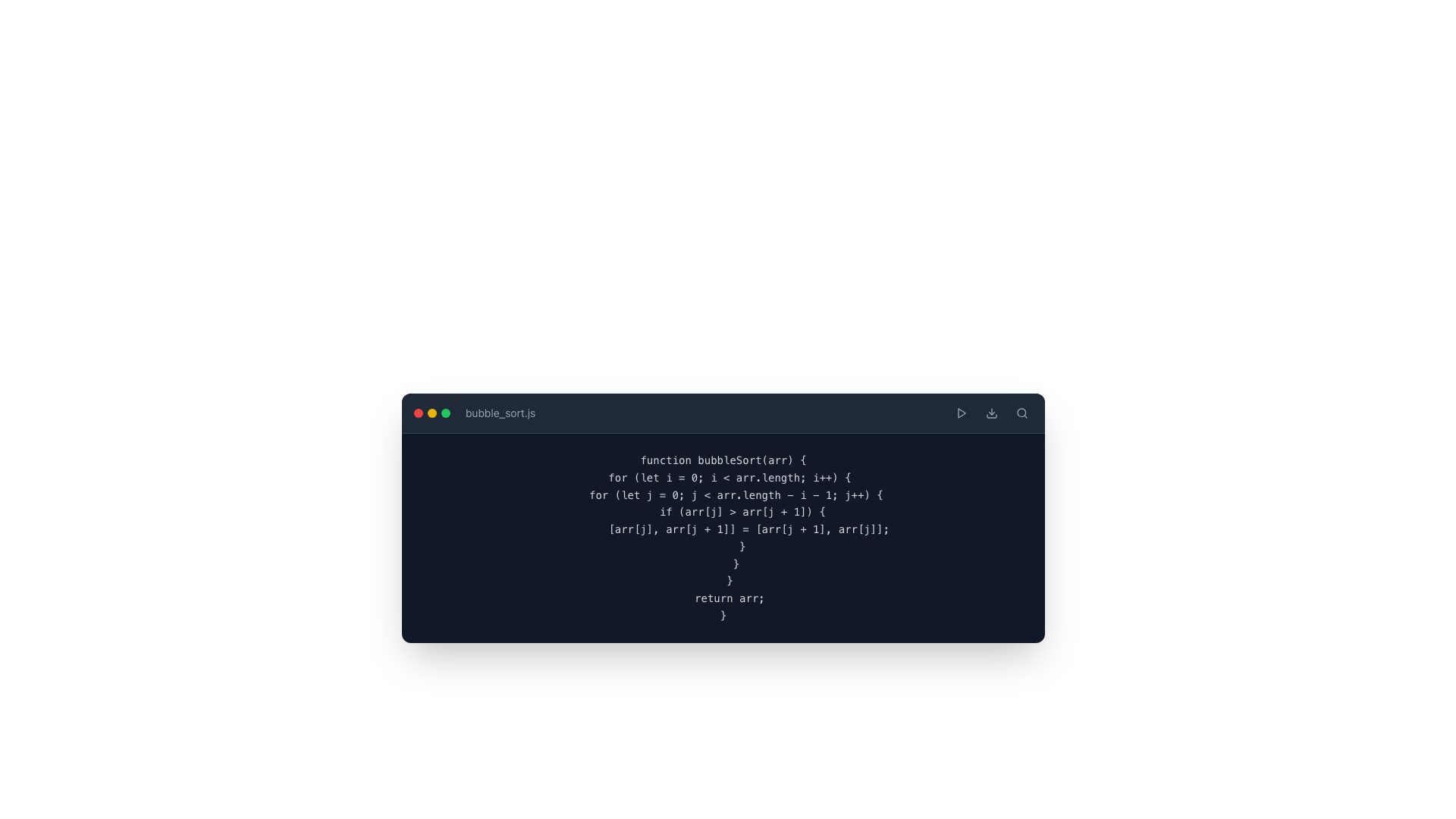  What do you see at coordinates (992, 413) in the screenshot?
I see `the middle interactive download icon, which is a round gray icon with a download arrow, to initiate the download` at bounding box center [992, 413].